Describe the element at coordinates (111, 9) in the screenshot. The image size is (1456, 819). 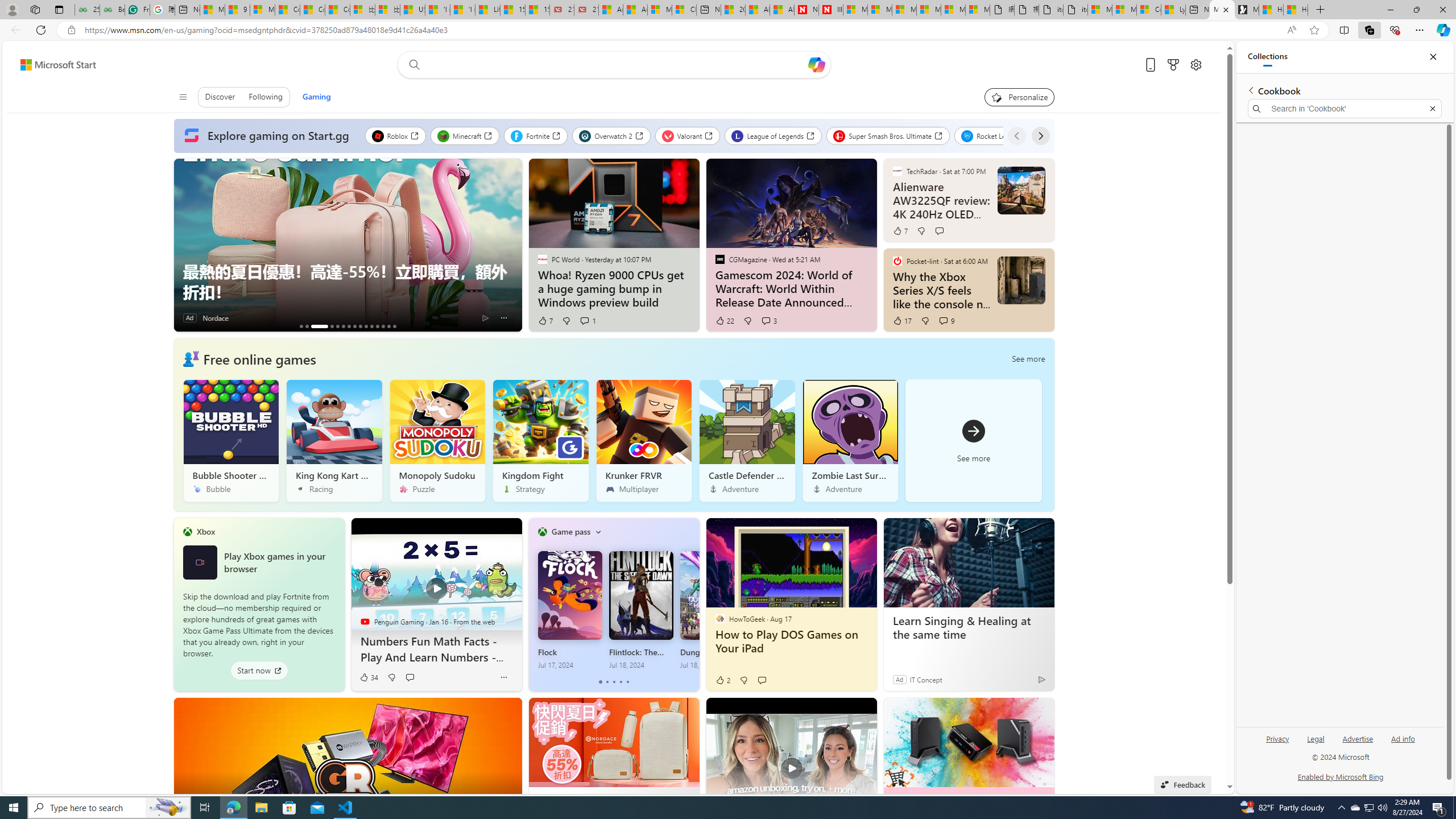
I see `'Best SSL Certificates Provider in India - GeeksforGeeks'` at that location.